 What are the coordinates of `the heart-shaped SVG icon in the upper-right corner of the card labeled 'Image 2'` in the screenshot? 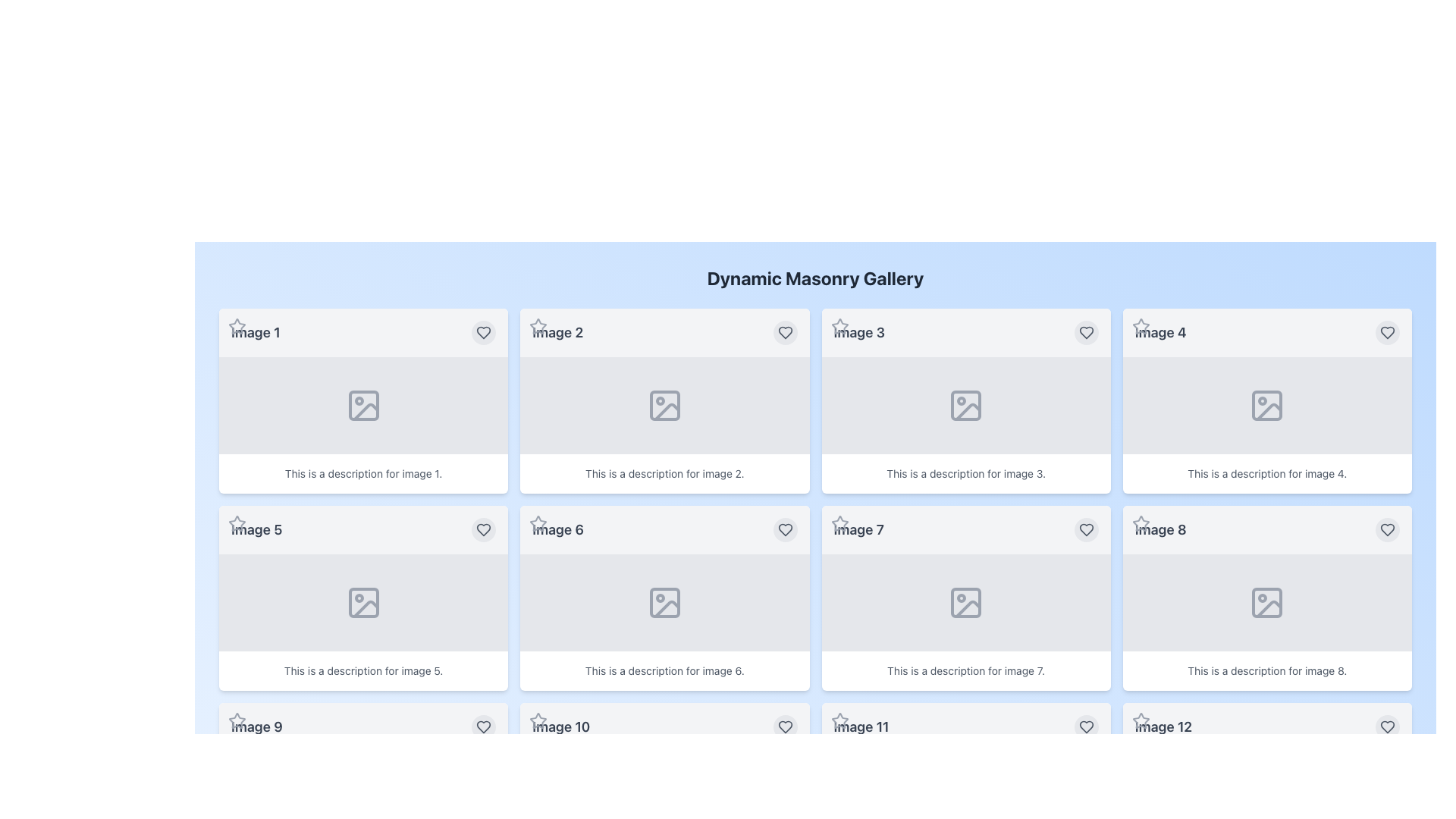 It's located at (785, 332).